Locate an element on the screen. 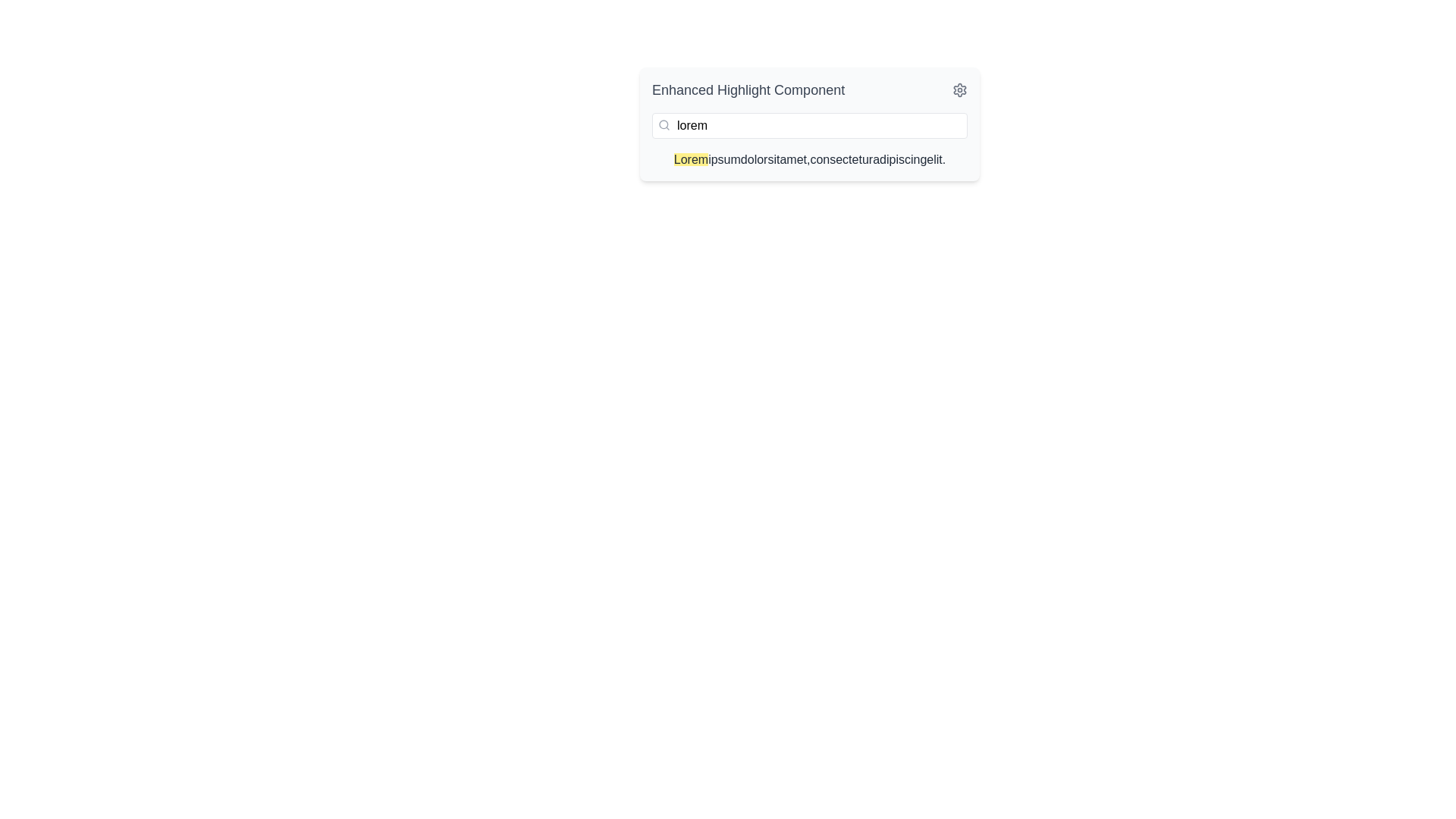 This screenshot has height=819, width=1456. the text element displaying 'elit.' which is the last part of the sentence 'Lorem ipsum dolor sit amet, consectetur adipiscing elit.' is located at coordinates (935, 159).